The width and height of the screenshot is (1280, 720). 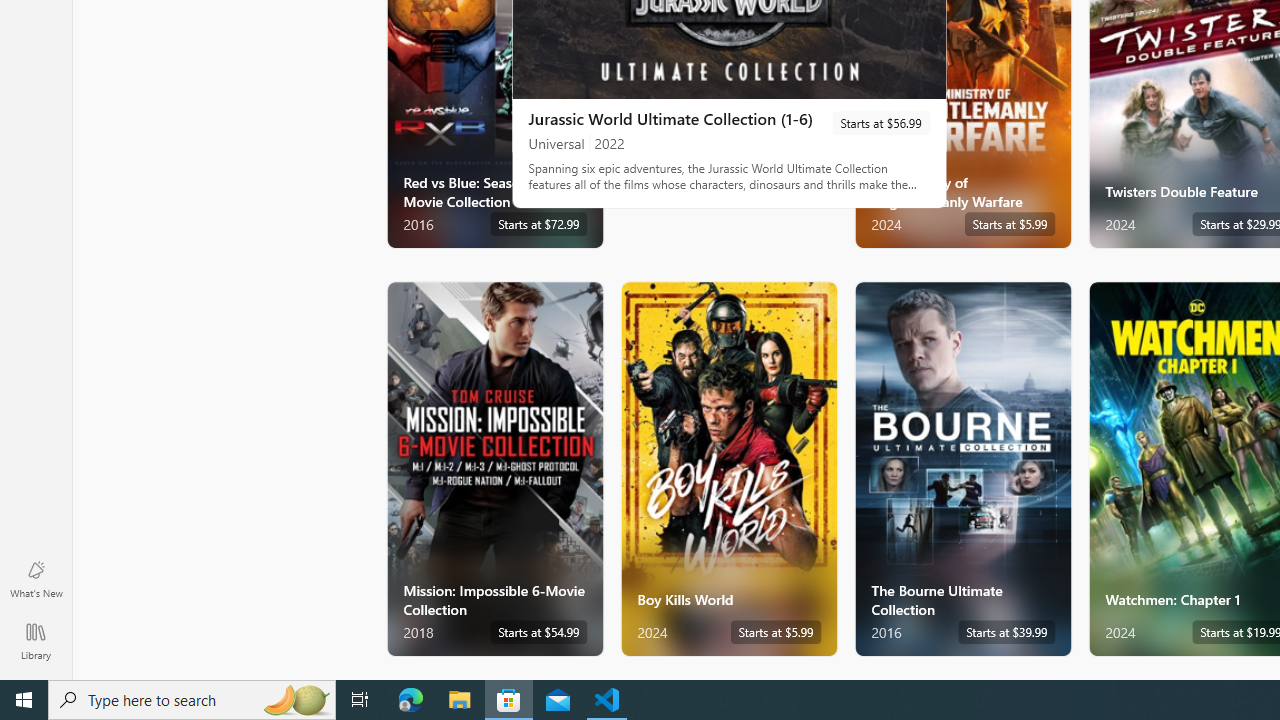 I want to click on 'Library', so click(x=35, y=640).